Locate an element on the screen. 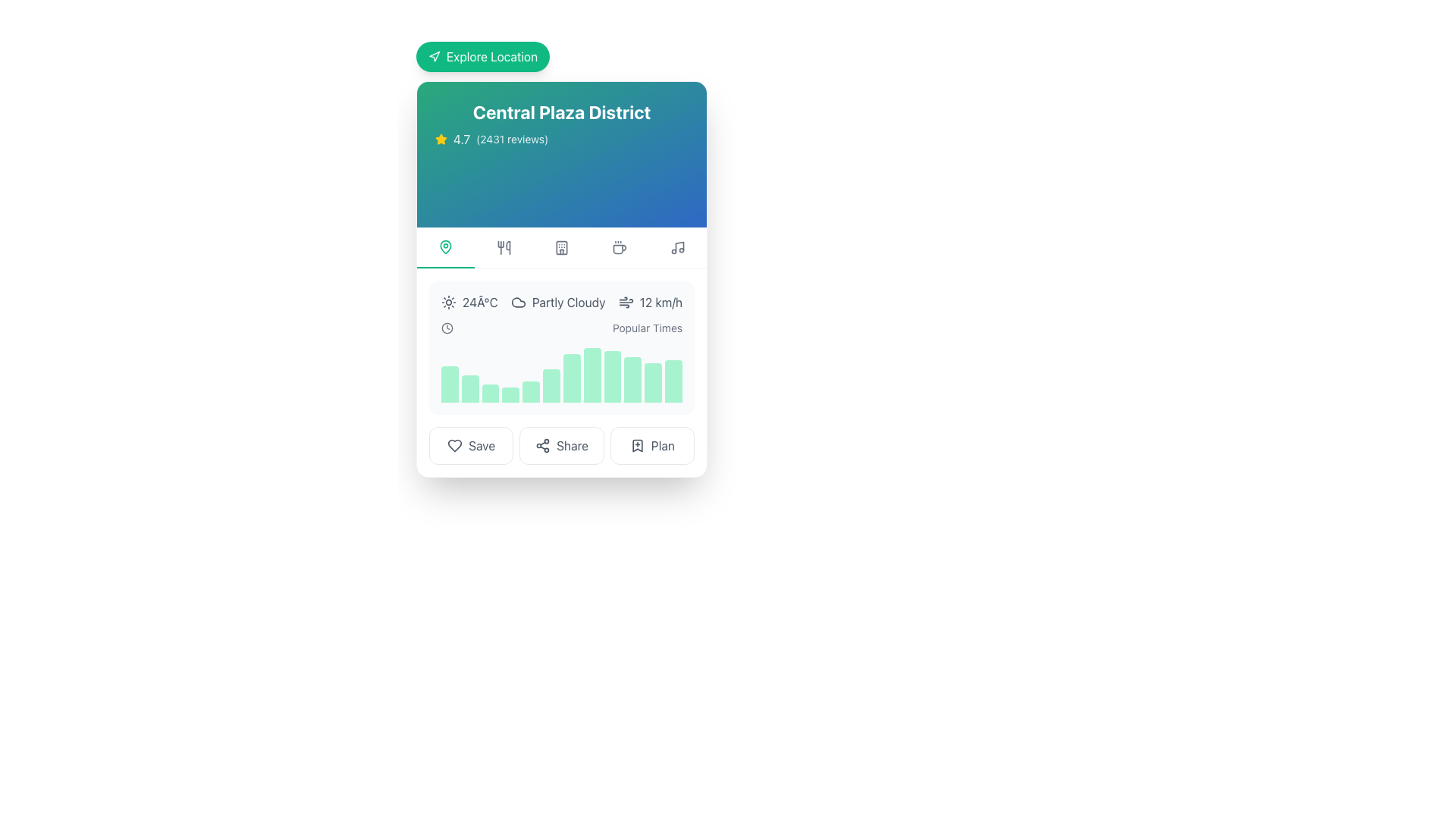  the hotel information icon located in the third position from the left in the navigation row is located at coordinates (560, 247).